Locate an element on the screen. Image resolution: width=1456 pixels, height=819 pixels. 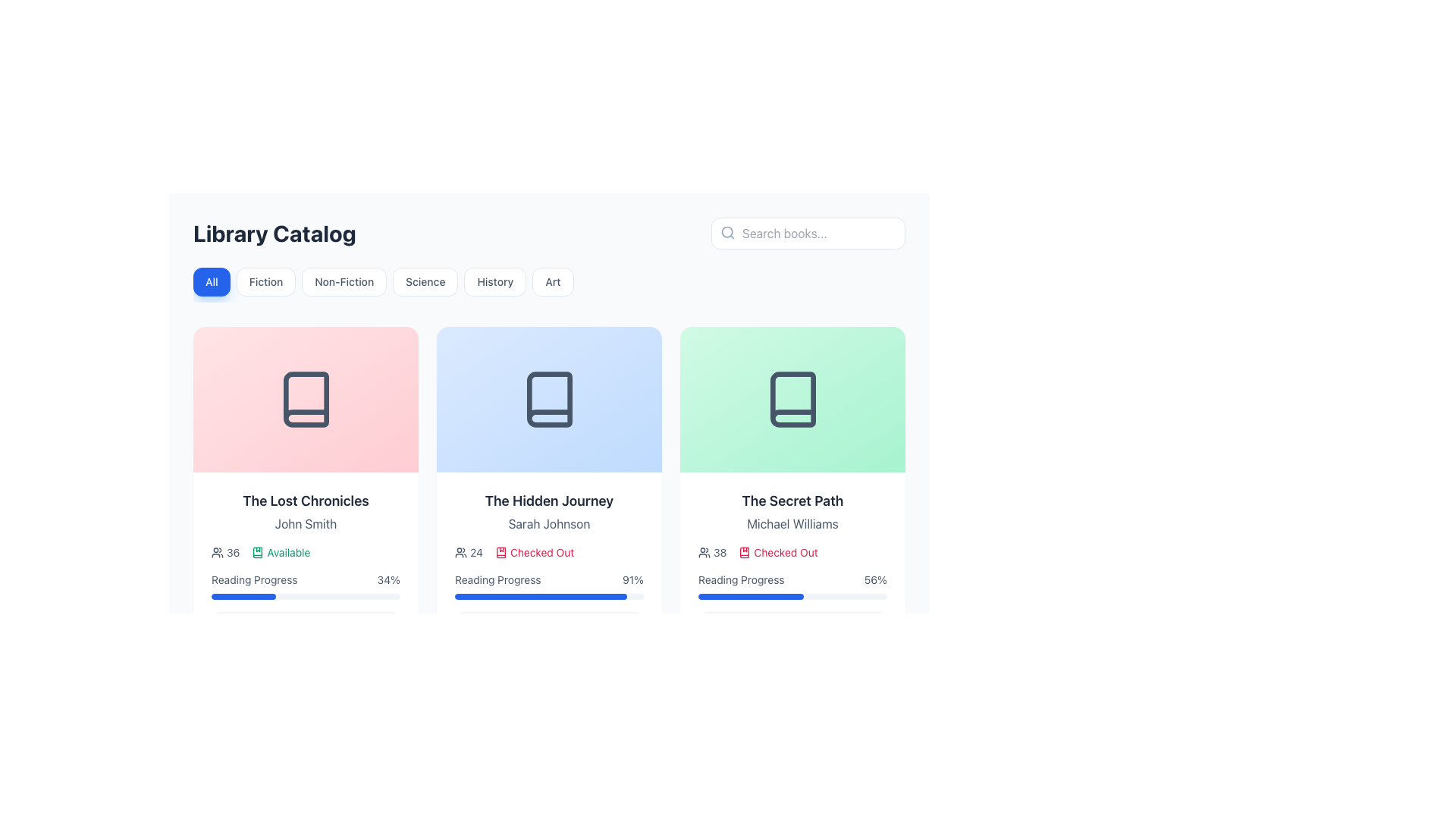
availability status text for the book 'The Lost Chronicles', located under the title and author, alongside the participant count is located at coordinates (281, 553).